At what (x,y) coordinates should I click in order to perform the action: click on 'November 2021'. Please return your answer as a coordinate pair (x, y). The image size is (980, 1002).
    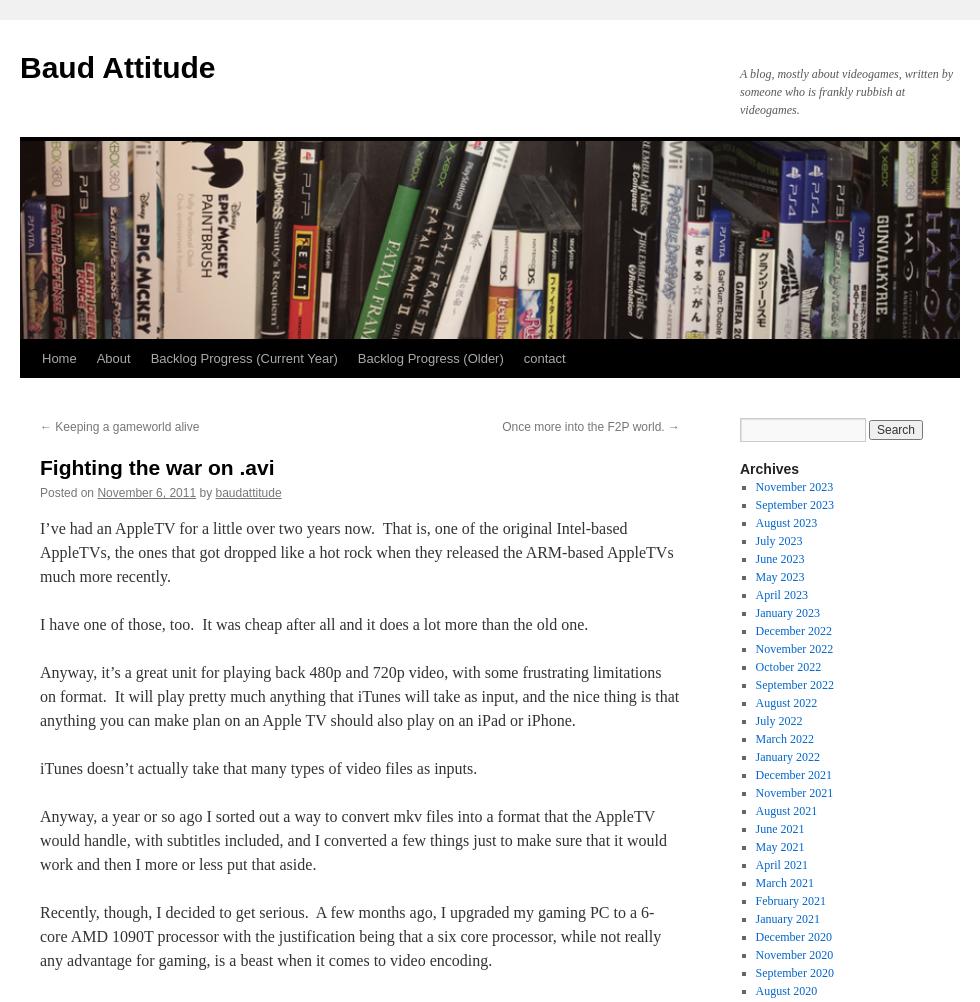
    Looking at the image, I should click on (793, 791).